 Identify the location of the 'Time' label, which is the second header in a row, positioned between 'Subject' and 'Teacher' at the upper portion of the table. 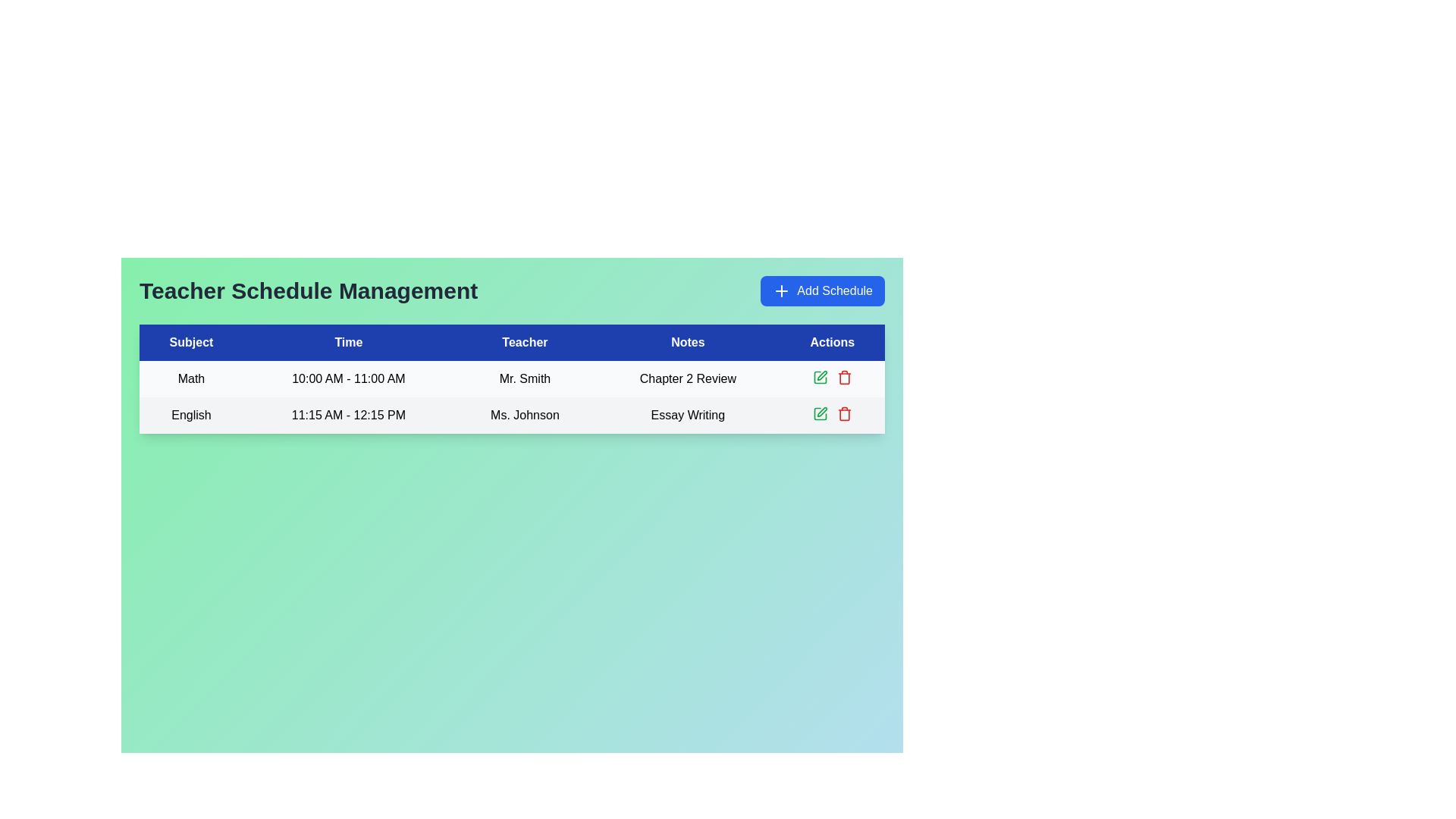
(347, 342).